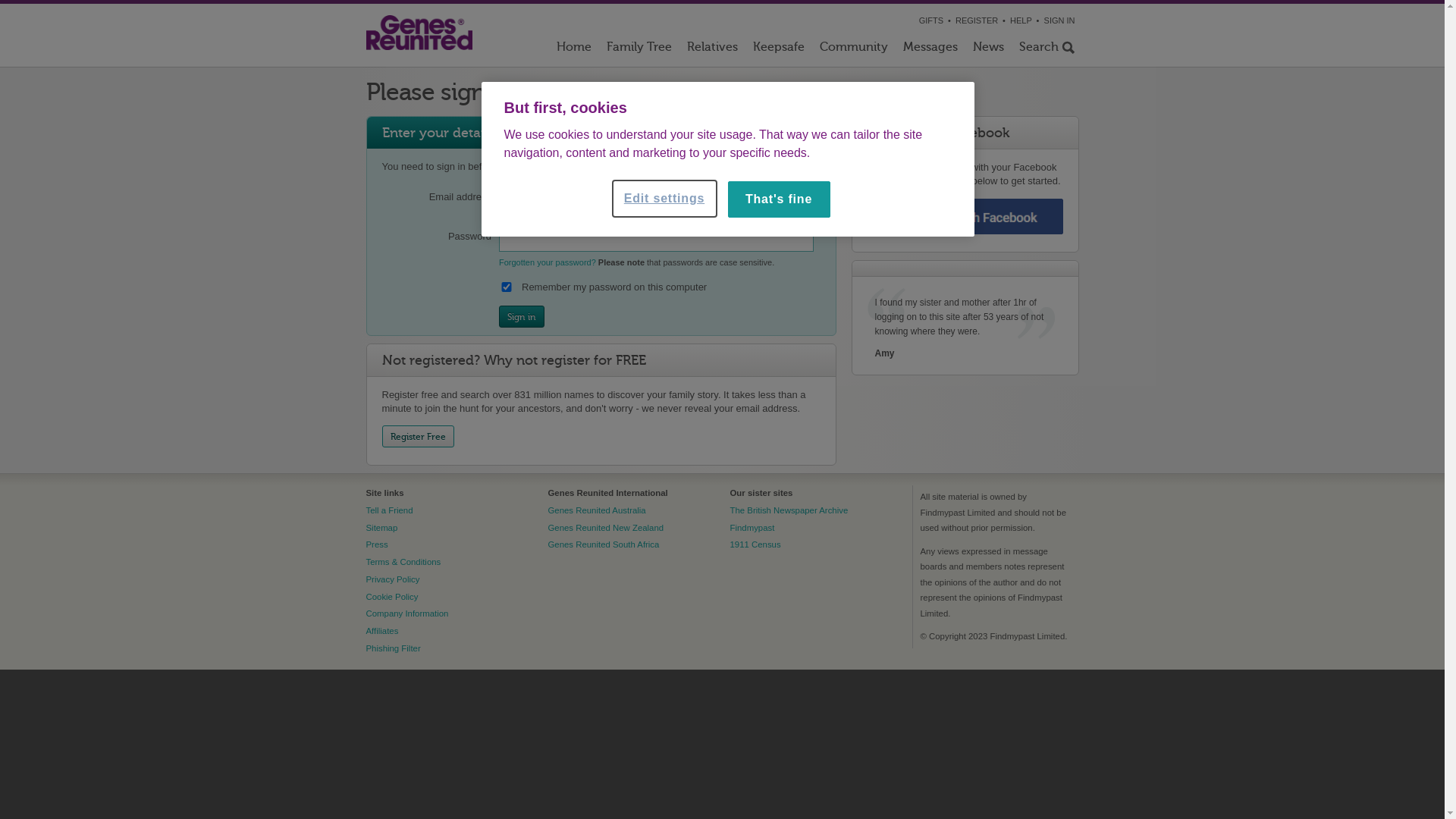  Describe the element at coordinates (546, 262) in the screenshot. I see `'Forgotten your password?'` at that location.